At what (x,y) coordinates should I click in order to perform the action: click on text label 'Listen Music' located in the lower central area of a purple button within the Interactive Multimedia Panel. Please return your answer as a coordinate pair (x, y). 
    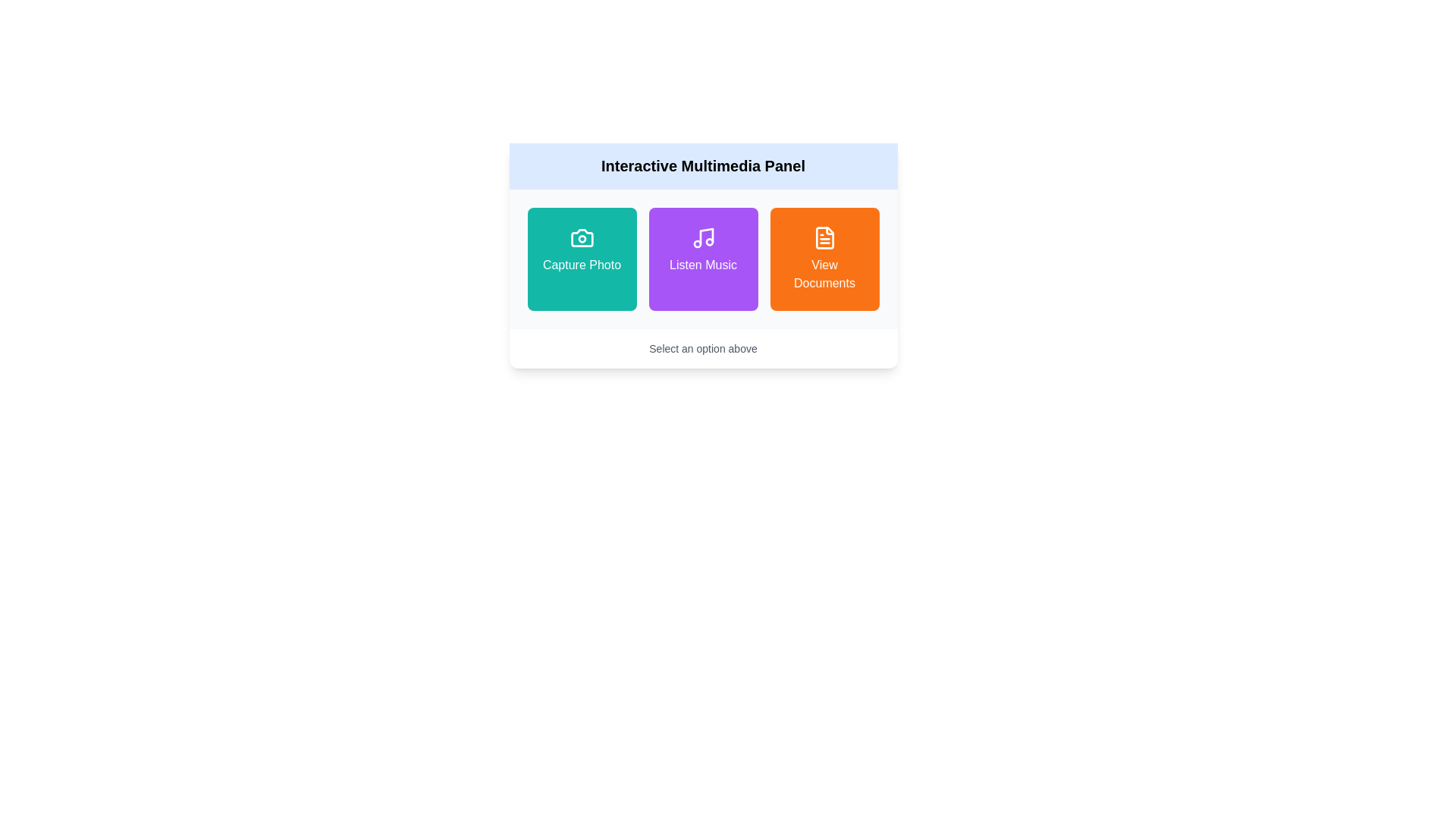
    Looking at the image, I should click on (702, 265).